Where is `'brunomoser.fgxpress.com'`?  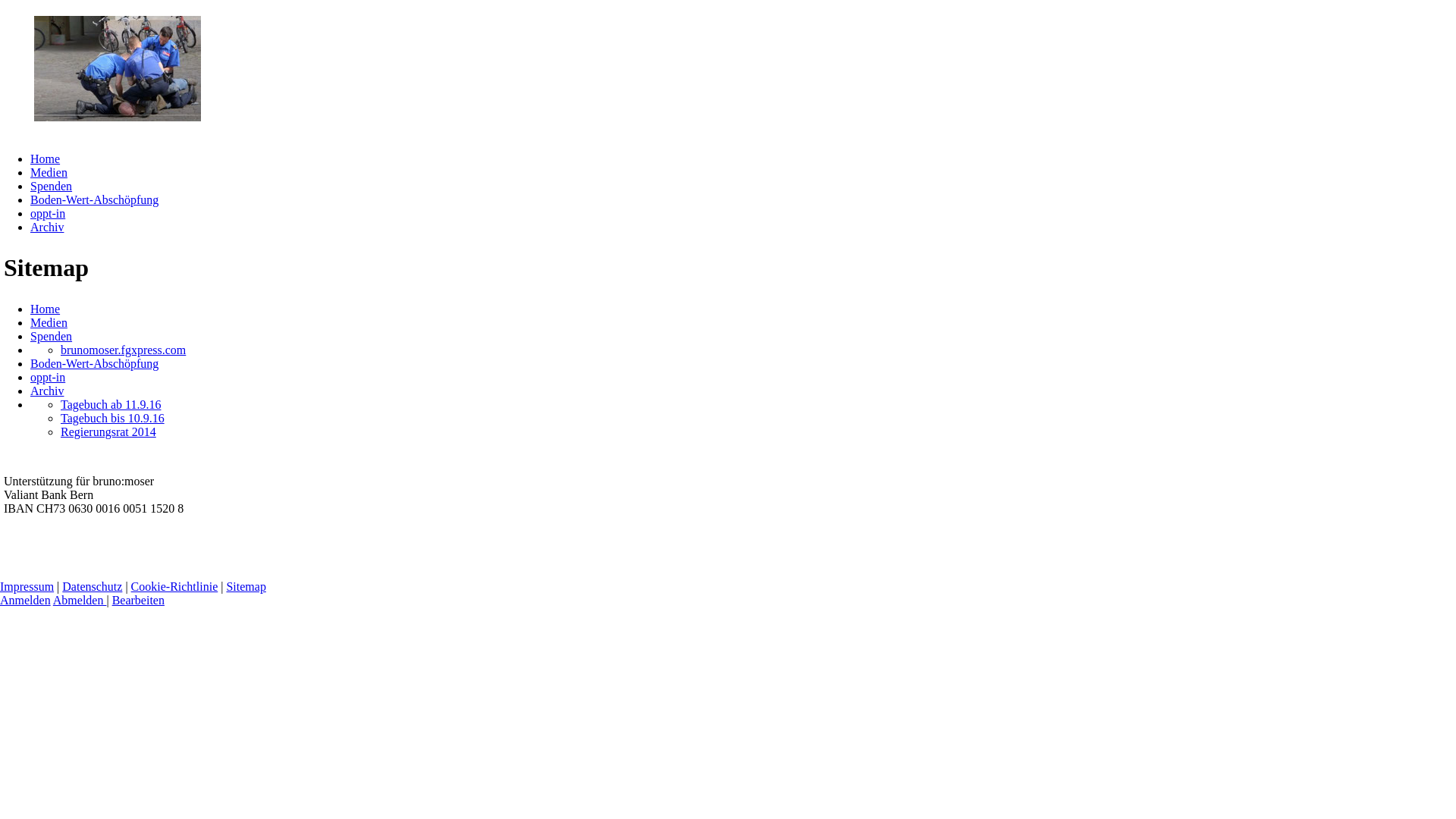 'brunomoser.fgxpress.com' is located at coordinates (123, 350).